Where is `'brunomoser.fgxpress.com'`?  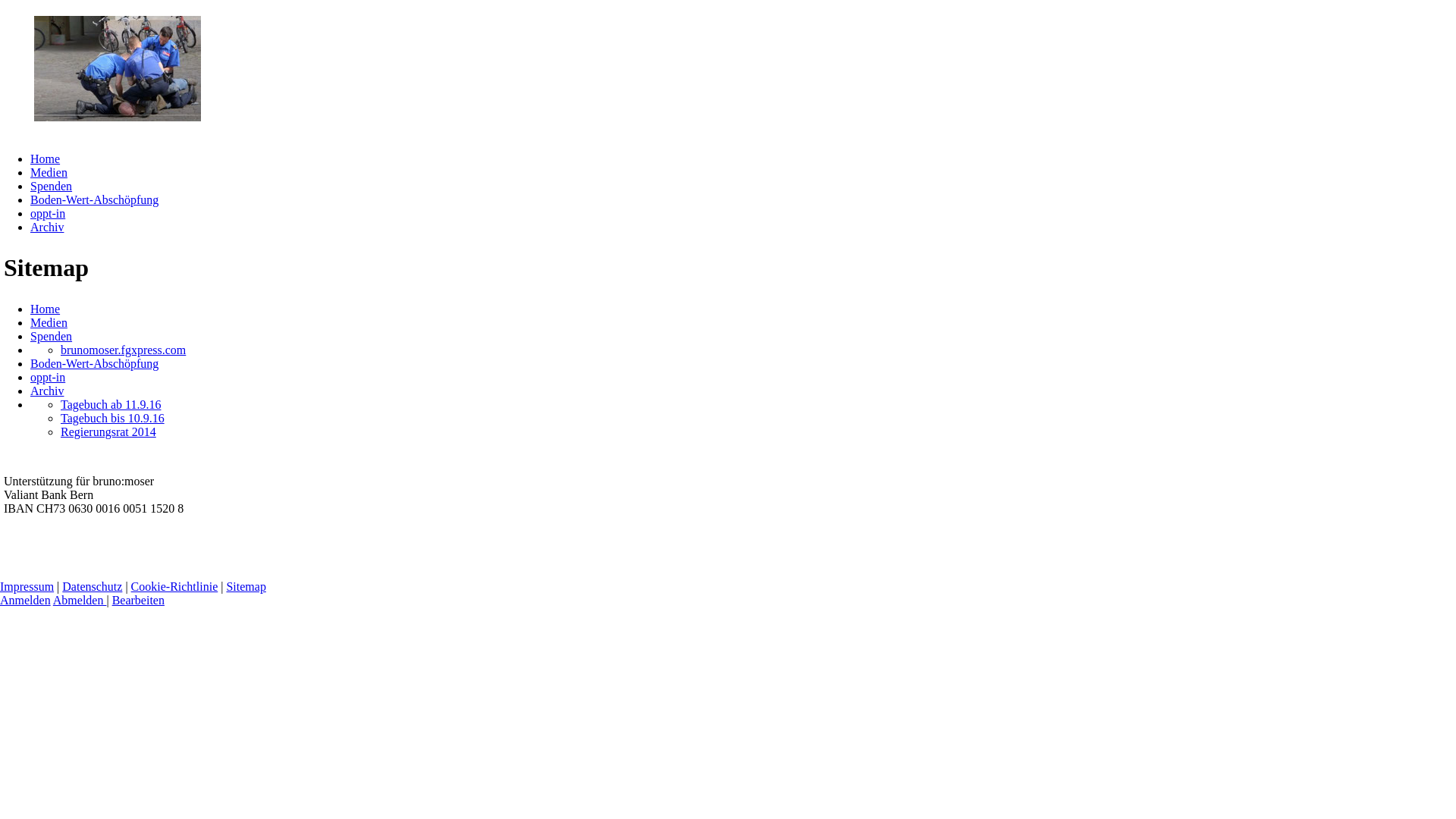 'brunomoser.fgxpress.com' is located at coordinates (123, 350).